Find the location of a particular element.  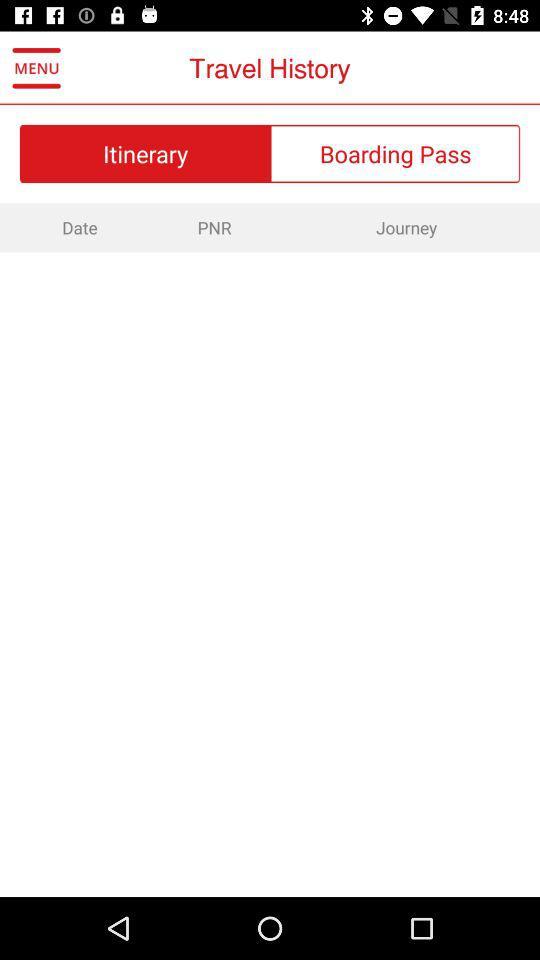

journey icon is located at coordinates (405, 227).